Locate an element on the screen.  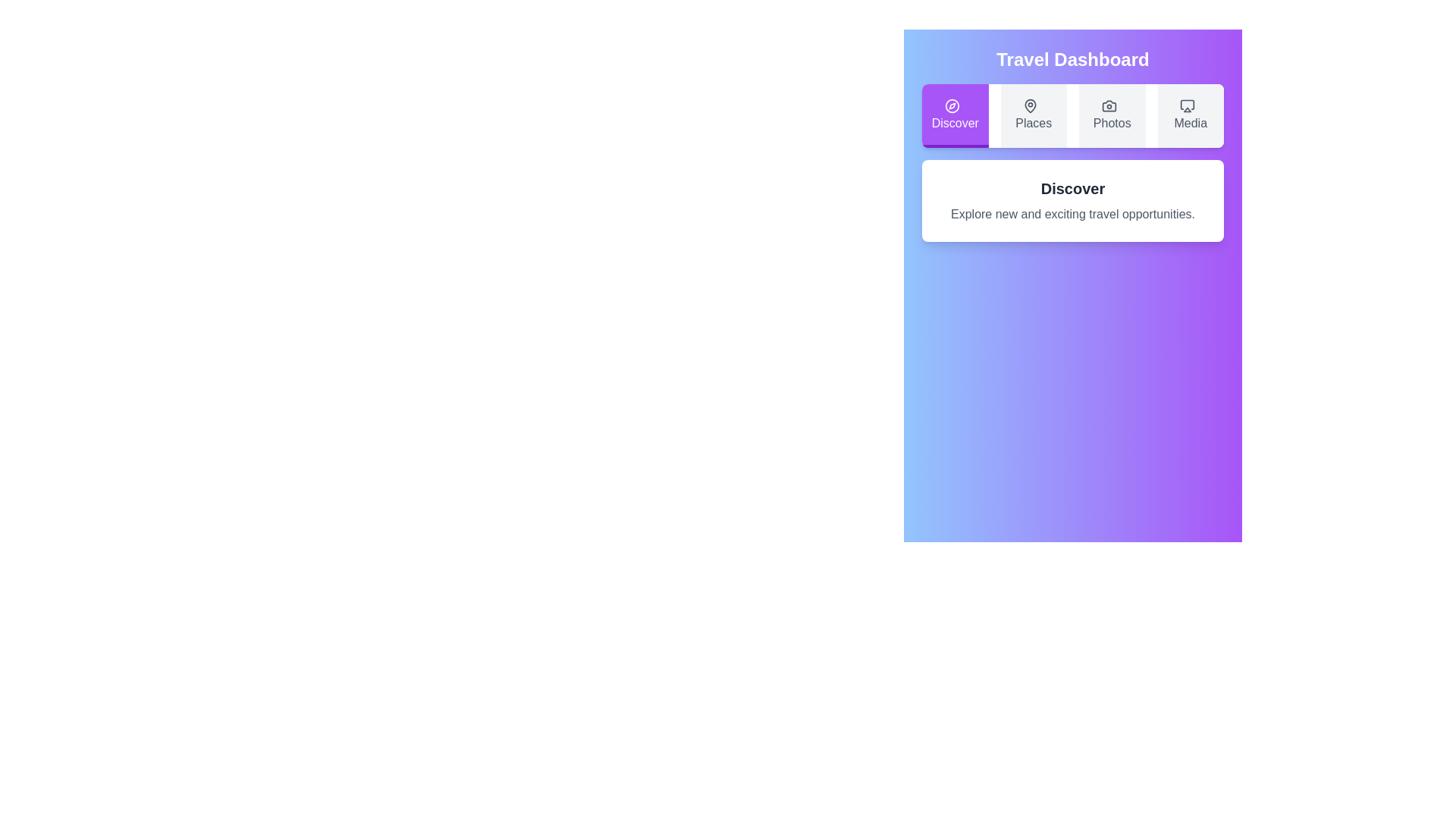
the Photos tab is located at coordinates (1112, 115).